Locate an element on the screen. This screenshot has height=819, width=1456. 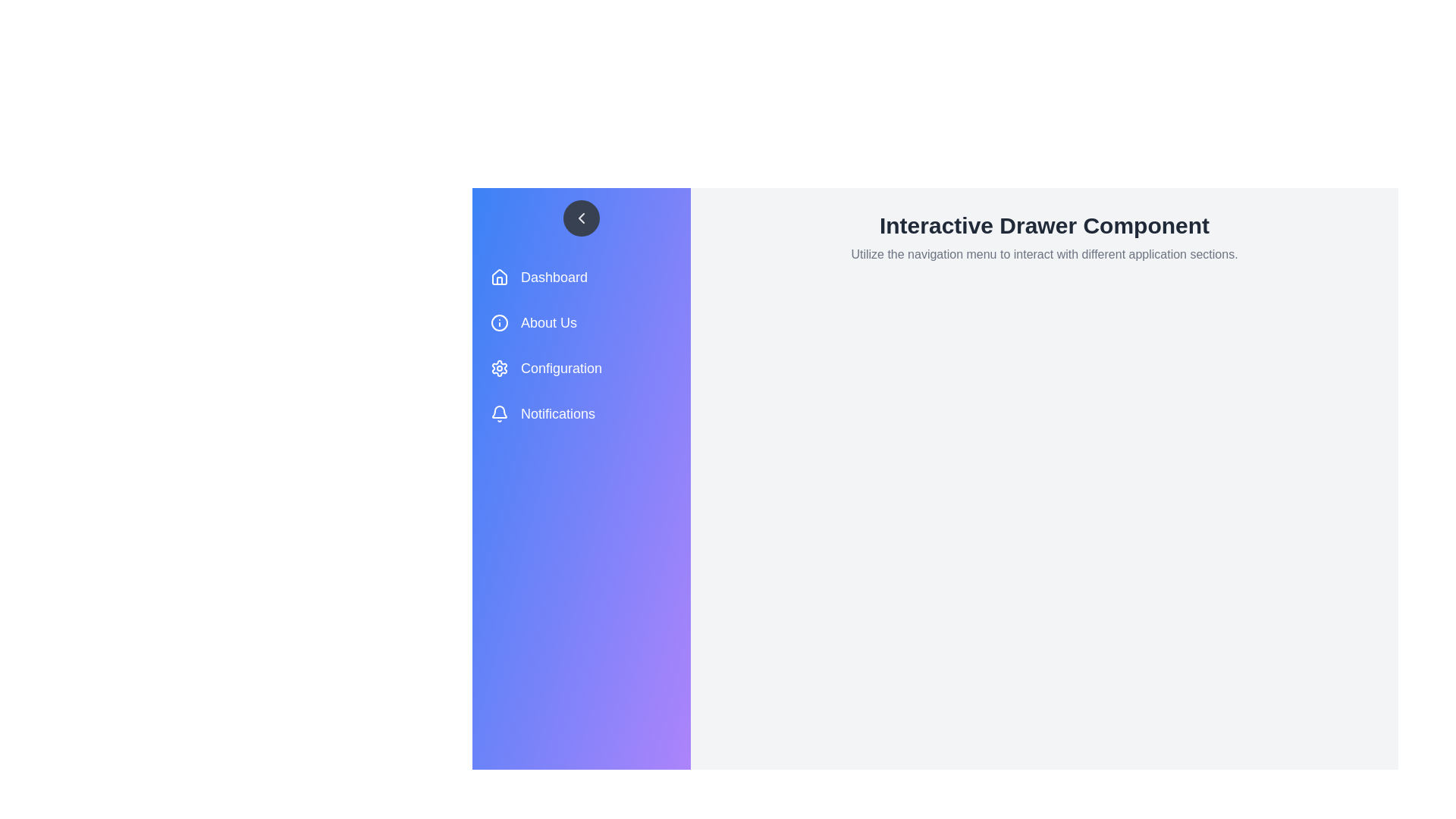
the circular button with a dark gray background and a white left-pointing chevron icon located at the top of the vertical sidebar on the left side of the interface is located at coordinates (581, 218).